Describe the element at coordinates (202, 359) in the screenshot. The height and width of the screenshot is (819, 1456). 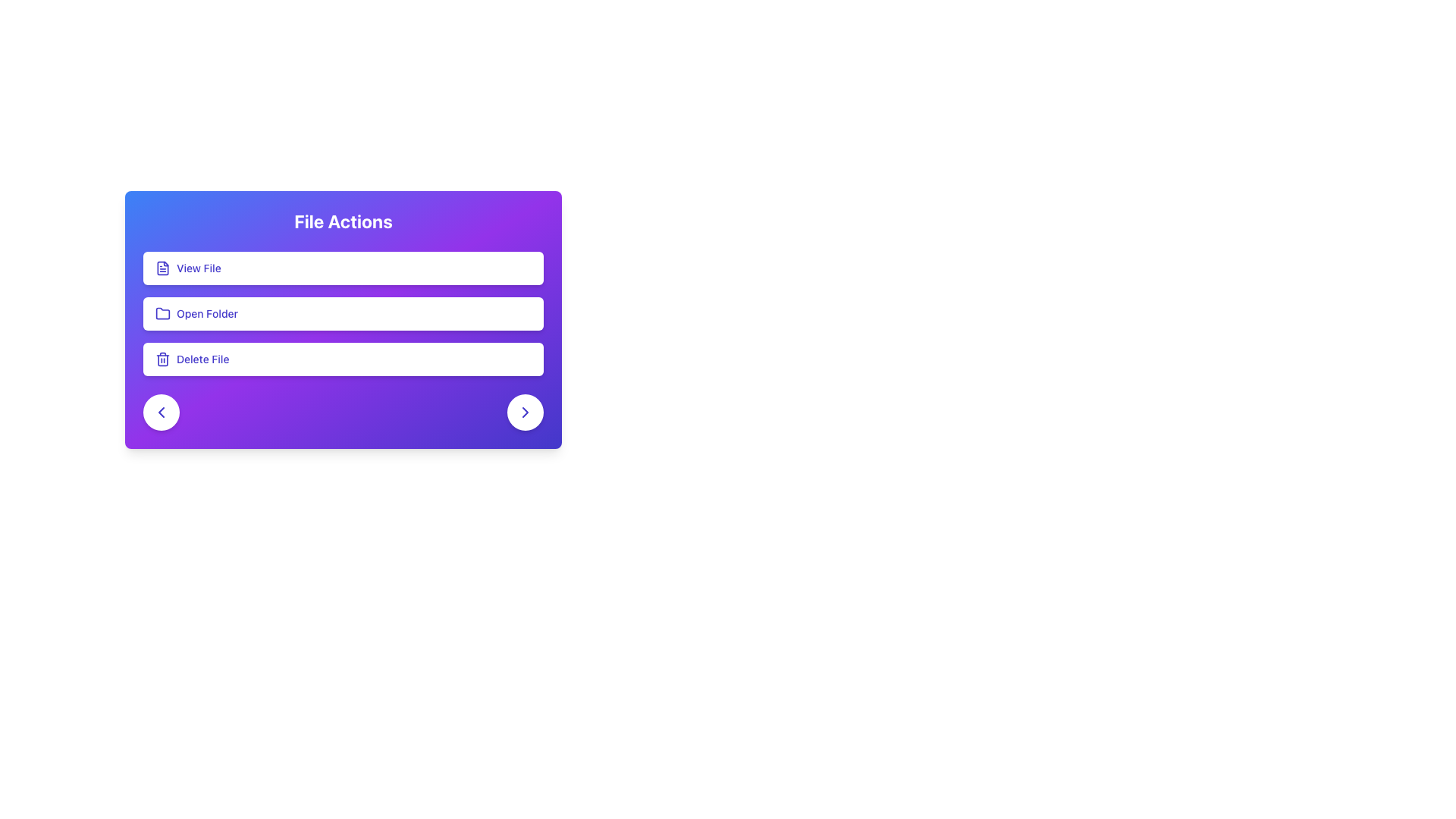
I see `the 'Delete File' button associated with the text label in the 'File Actions' section, located below the 'View File' and 'Open Folder' buttons` at that location.